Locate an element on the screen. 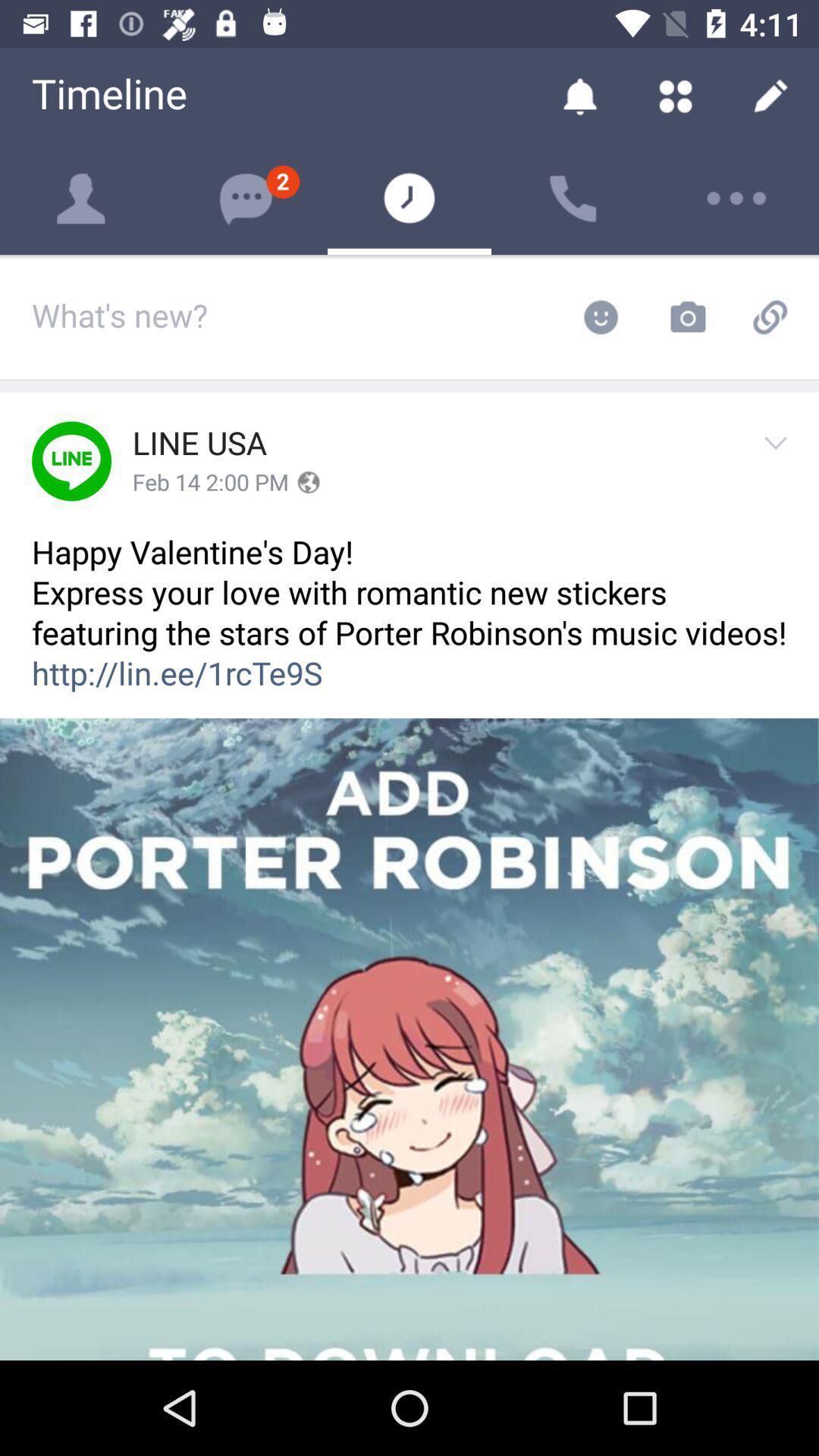 This screenshot has height=1456, width=819. the more icon is located at coordinates (736, 198).